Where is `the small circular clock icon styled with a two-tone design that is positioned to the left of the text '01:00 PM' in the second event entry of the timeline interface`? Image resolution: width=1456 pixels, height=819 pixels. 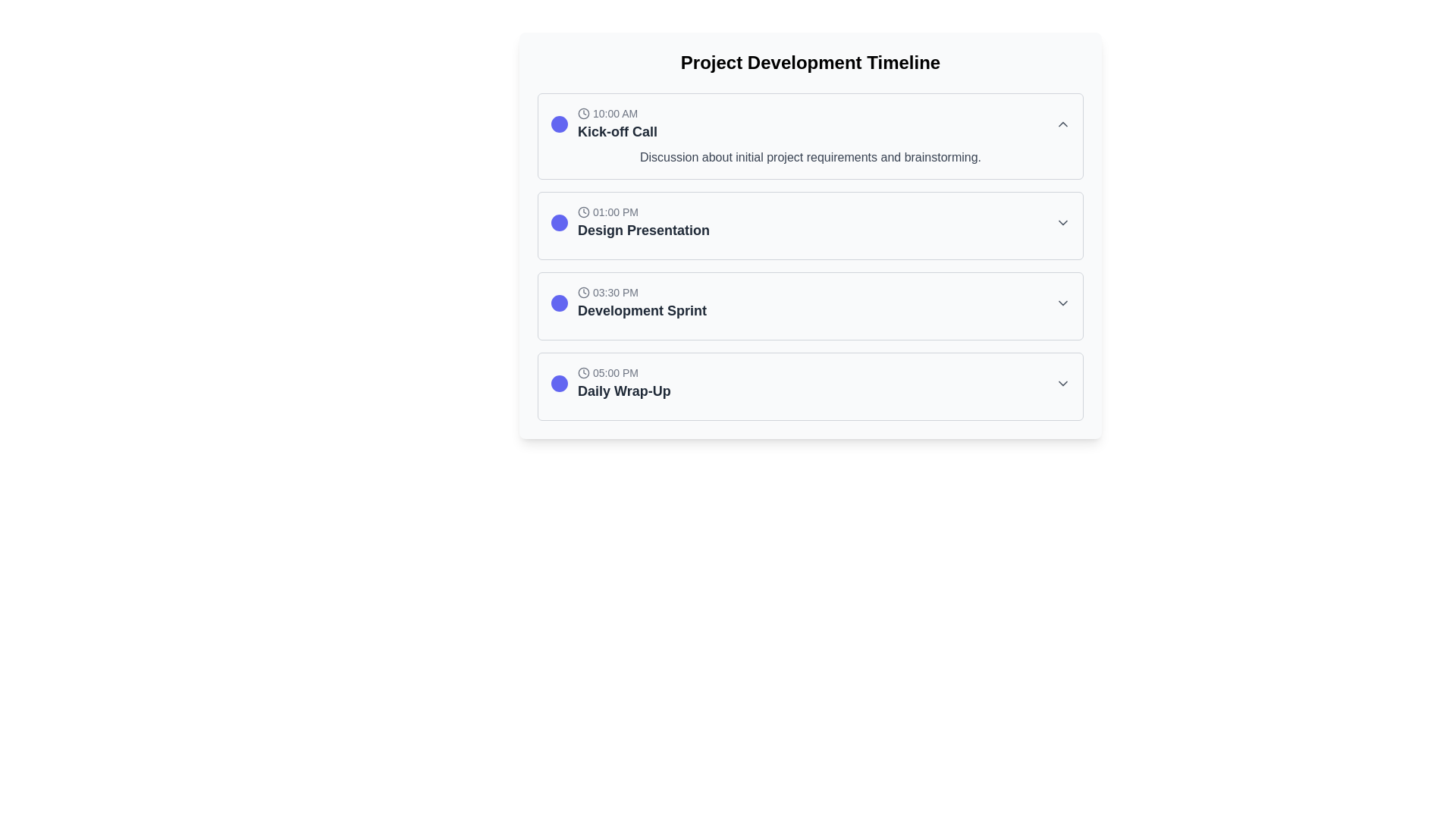
the small circular clock icon styled with a two-tone design that is positioned to the left of the text '01:00 PM' in the second event entry of the timeline interface is located at coordinates (582, 212).